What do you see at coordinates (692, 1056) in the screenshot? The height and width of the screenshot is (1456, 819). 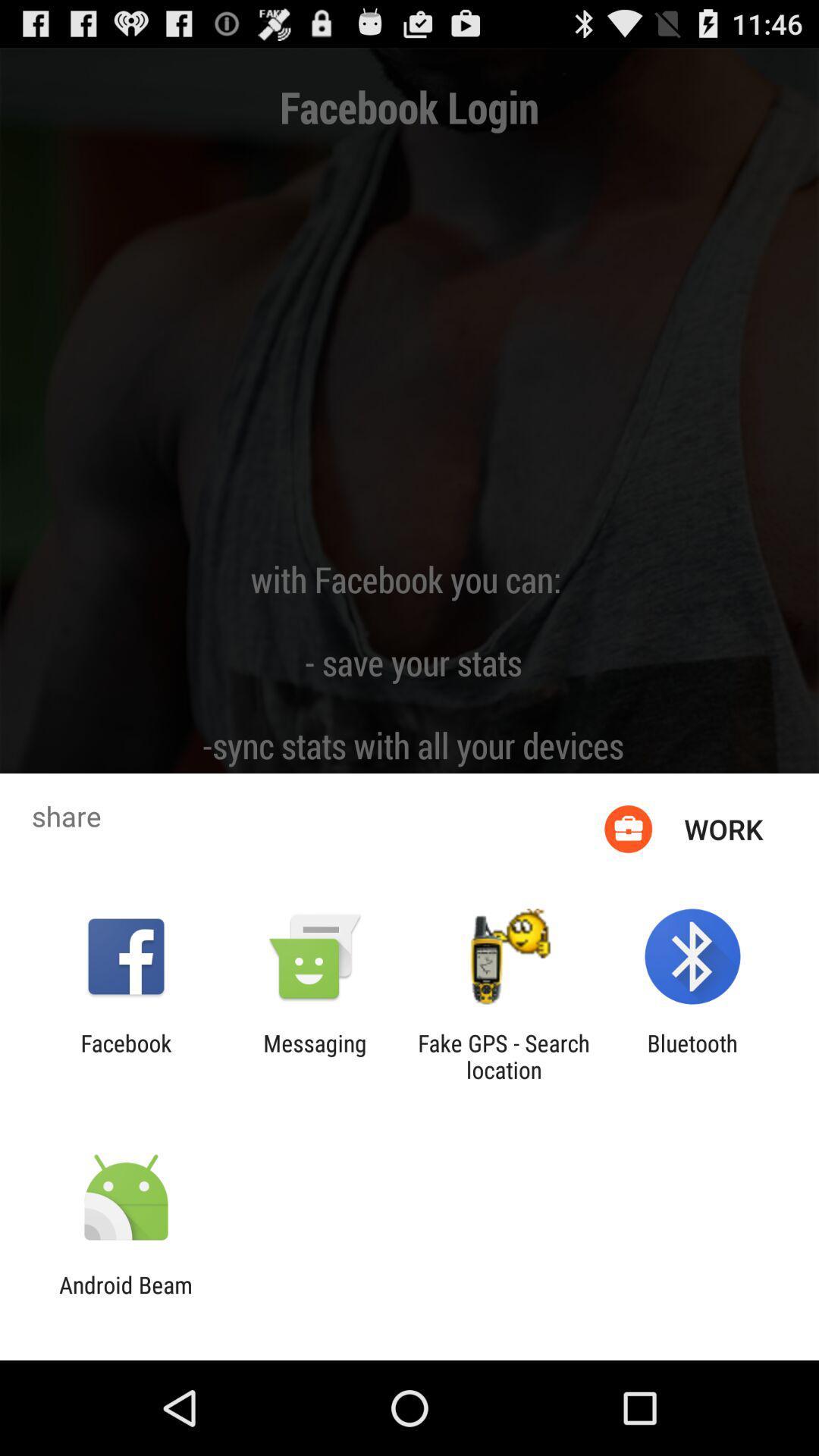 I see `the item to the right of fake gps search item` at bounding box center [692, 1056].